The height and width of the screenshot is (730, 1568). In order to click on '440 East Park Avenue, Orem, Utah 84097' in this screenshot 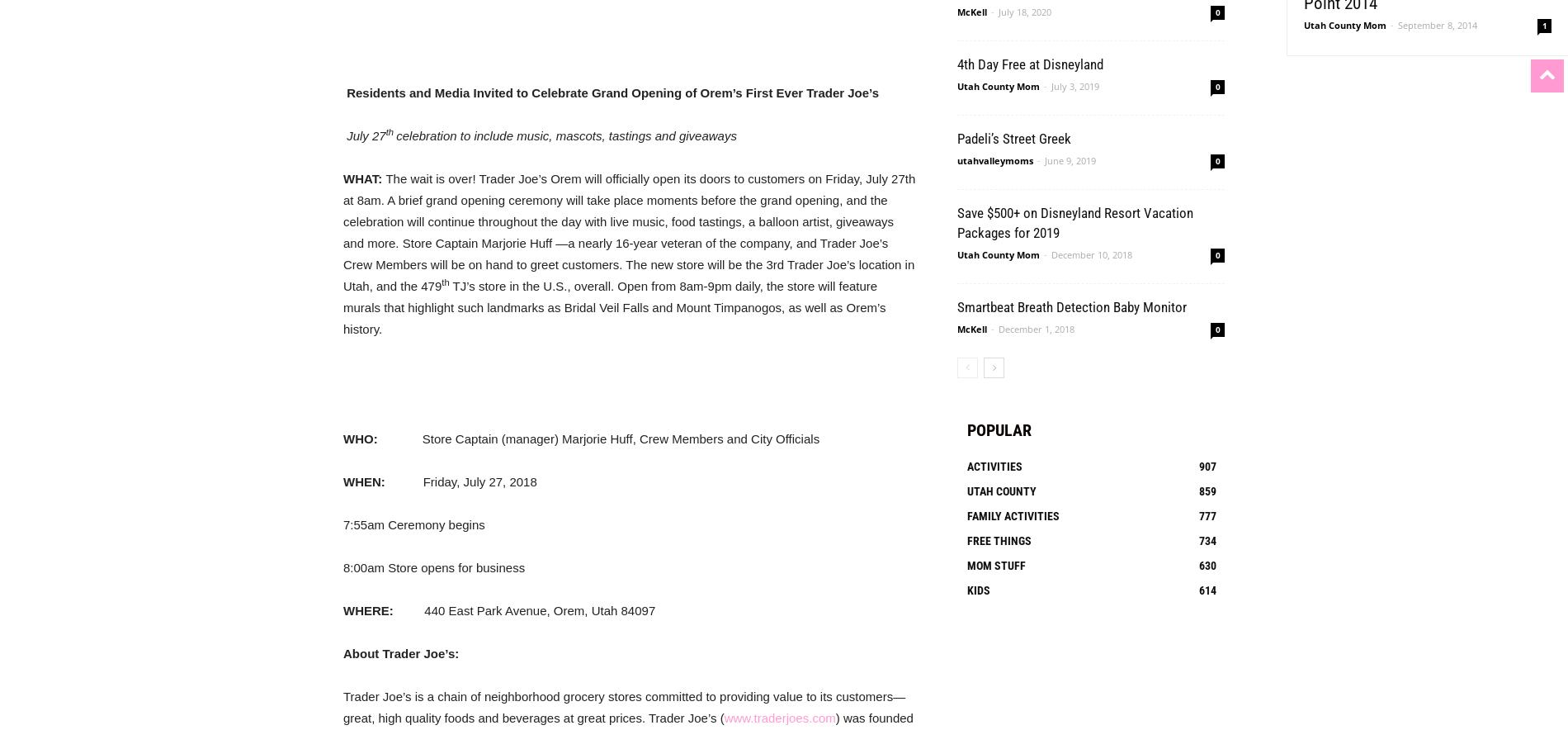, I will do `click(539, 610)`.